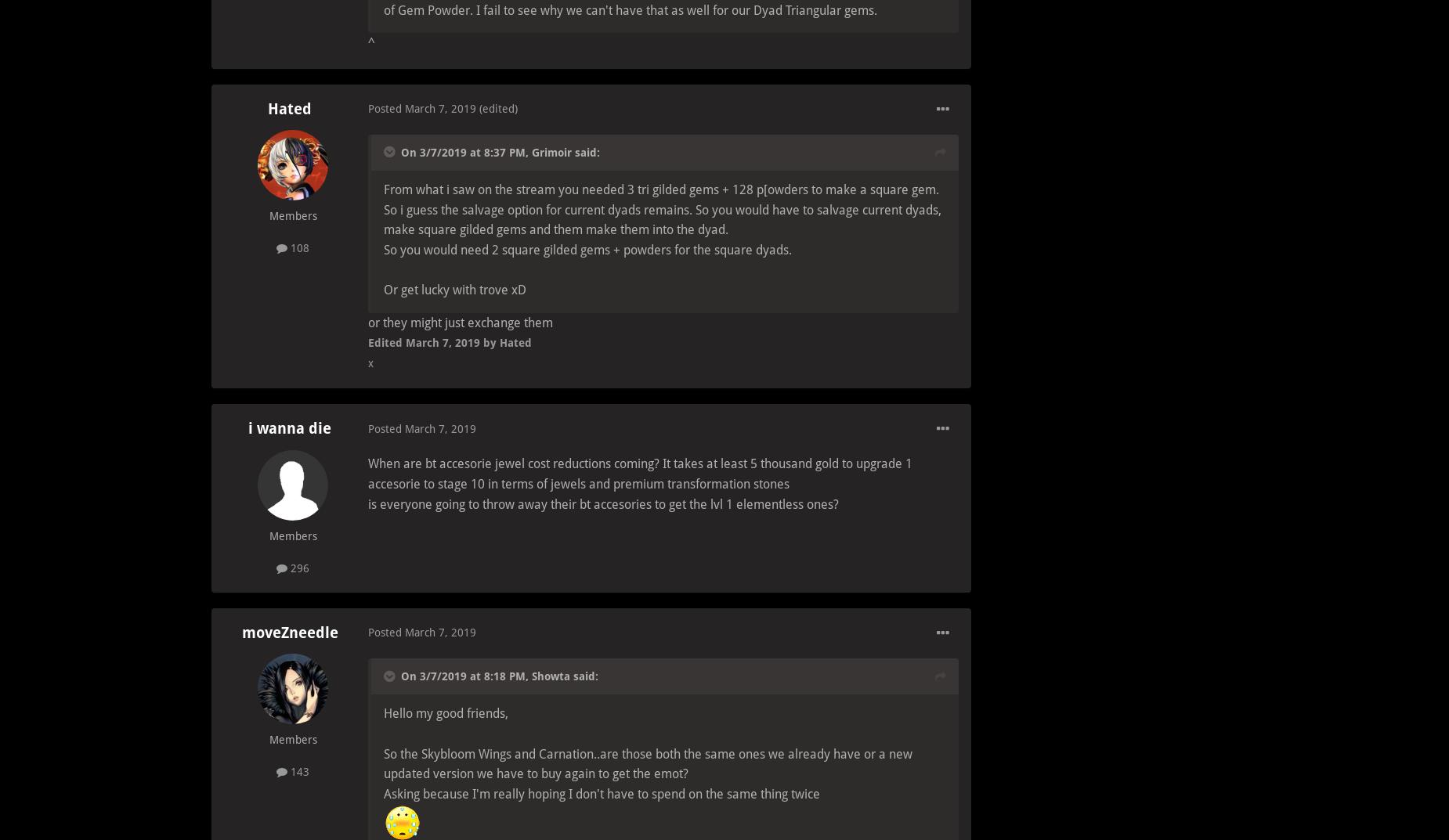 The image size is (1449, 840). I want to click on 'moveZneedle', so click(288, 632).